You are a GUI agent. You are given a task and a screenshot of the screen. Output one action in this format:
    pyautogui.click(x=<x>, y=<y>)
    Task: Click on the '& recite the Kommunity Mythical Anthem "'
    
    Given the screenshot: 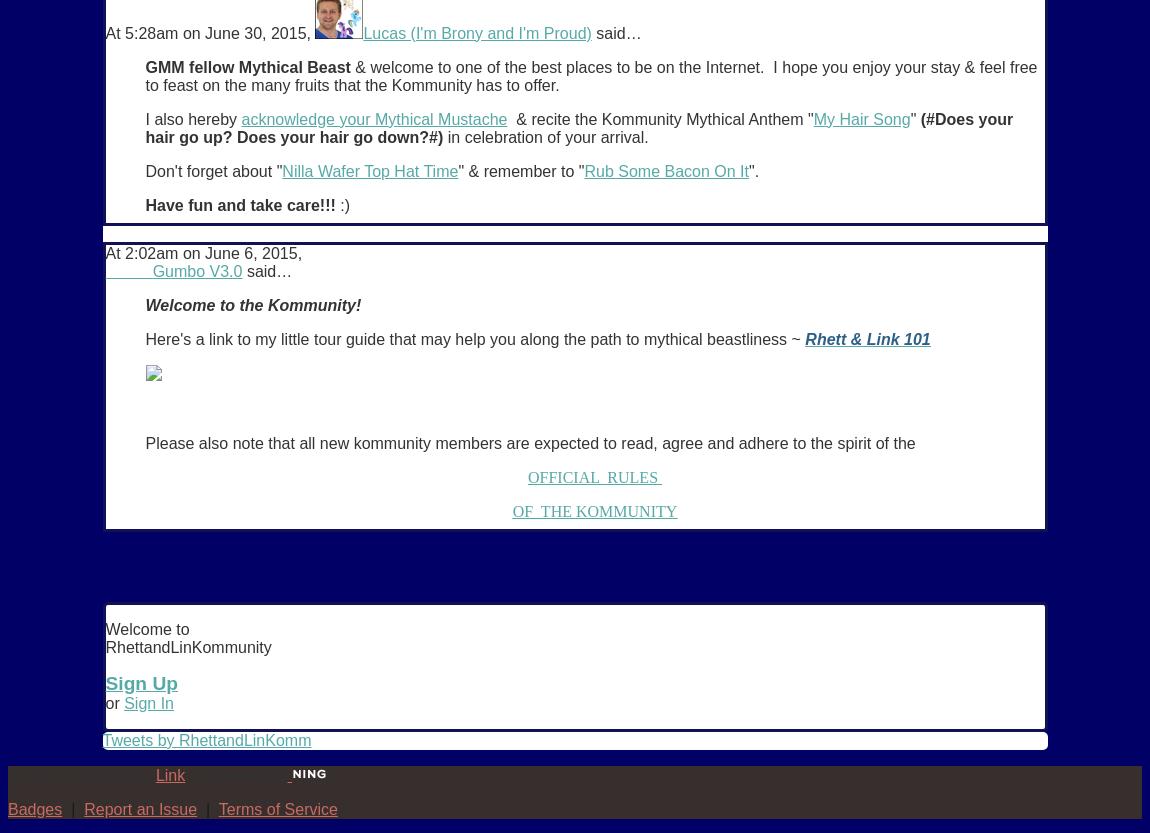 What is the action you would take?
    pyautogui.click(x=658, y=117)
    